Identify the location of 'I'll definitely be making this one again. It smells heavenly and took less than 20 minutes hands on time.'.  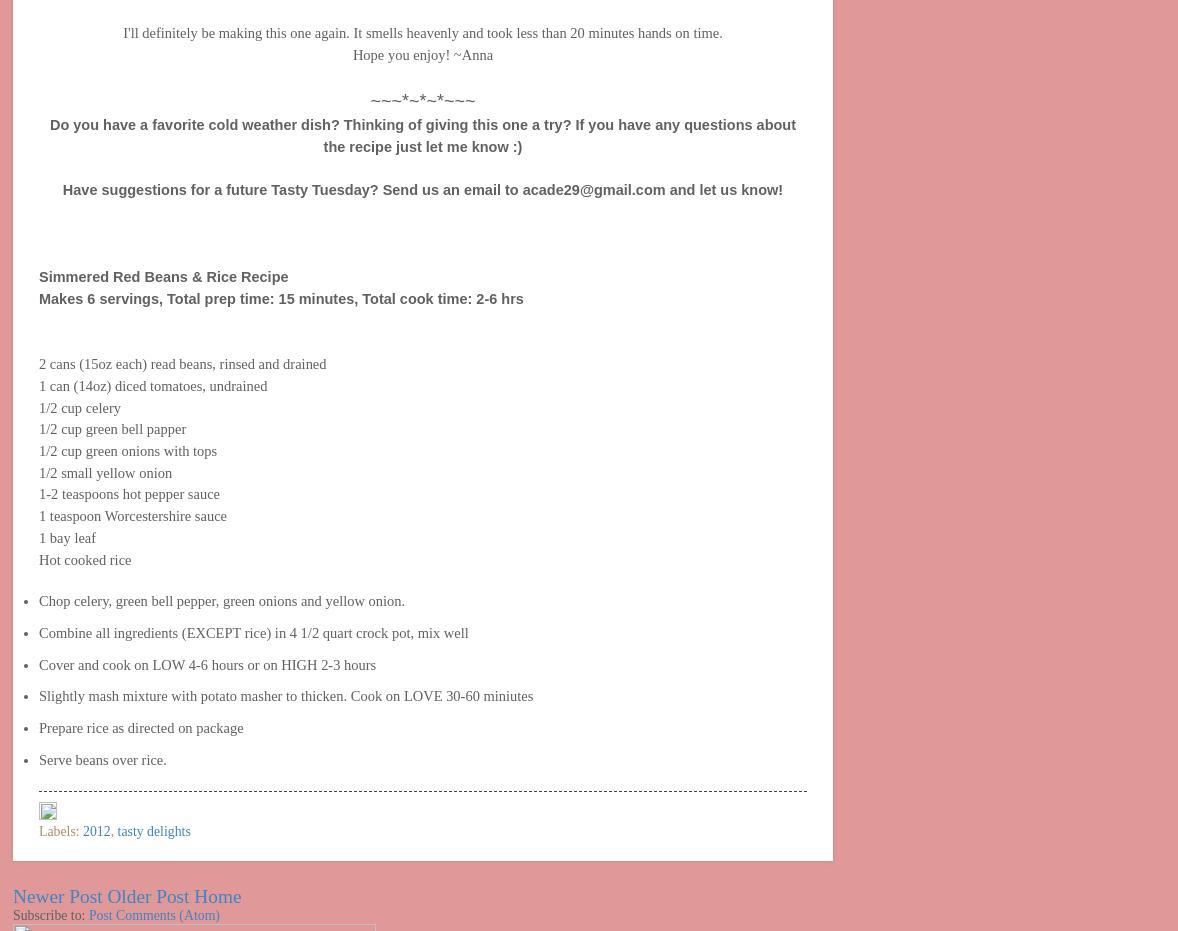
(121, 31).